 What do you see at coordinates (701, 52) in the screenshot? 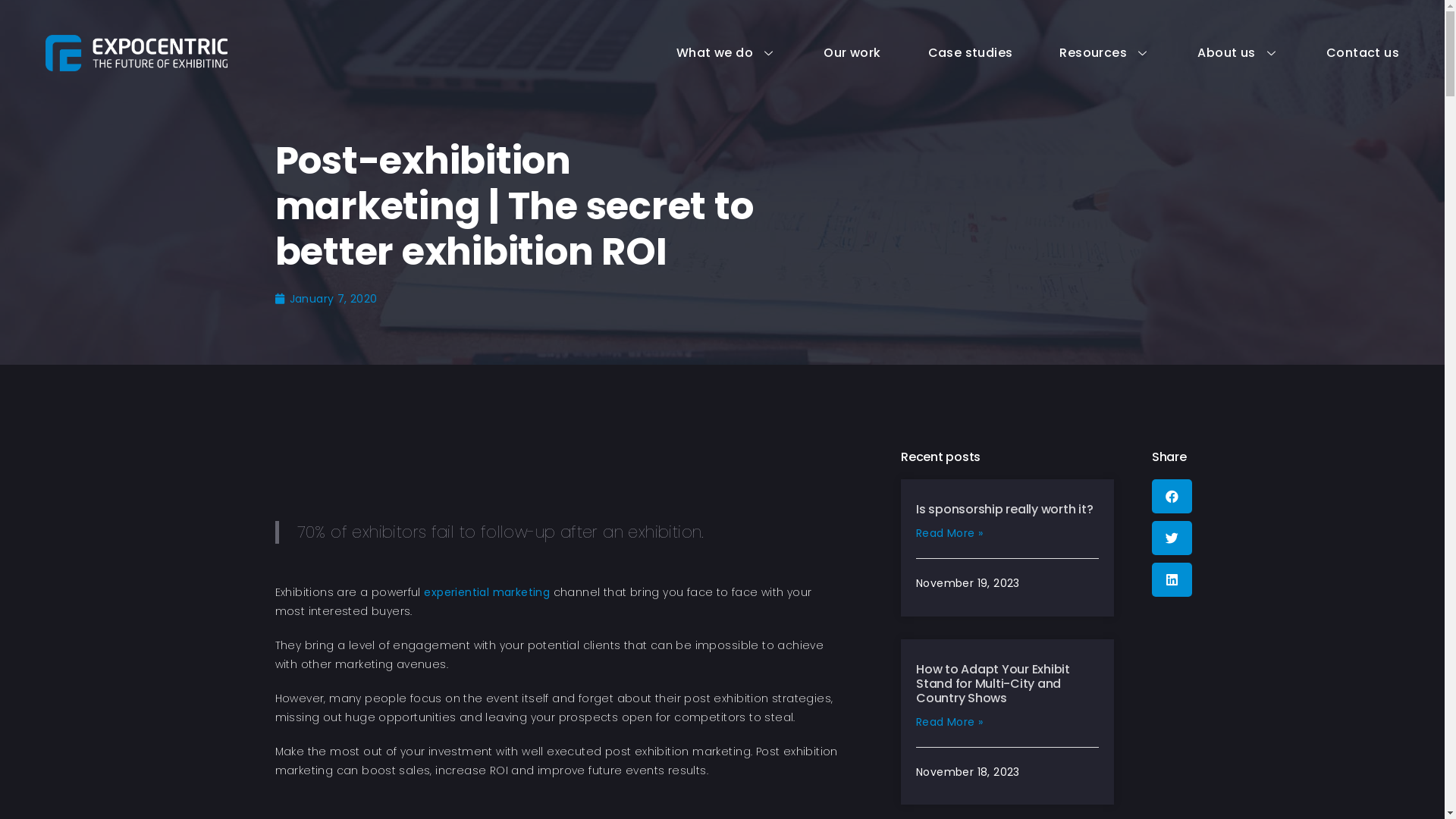
I see `'What we do'` at bounding box center [701, 52].